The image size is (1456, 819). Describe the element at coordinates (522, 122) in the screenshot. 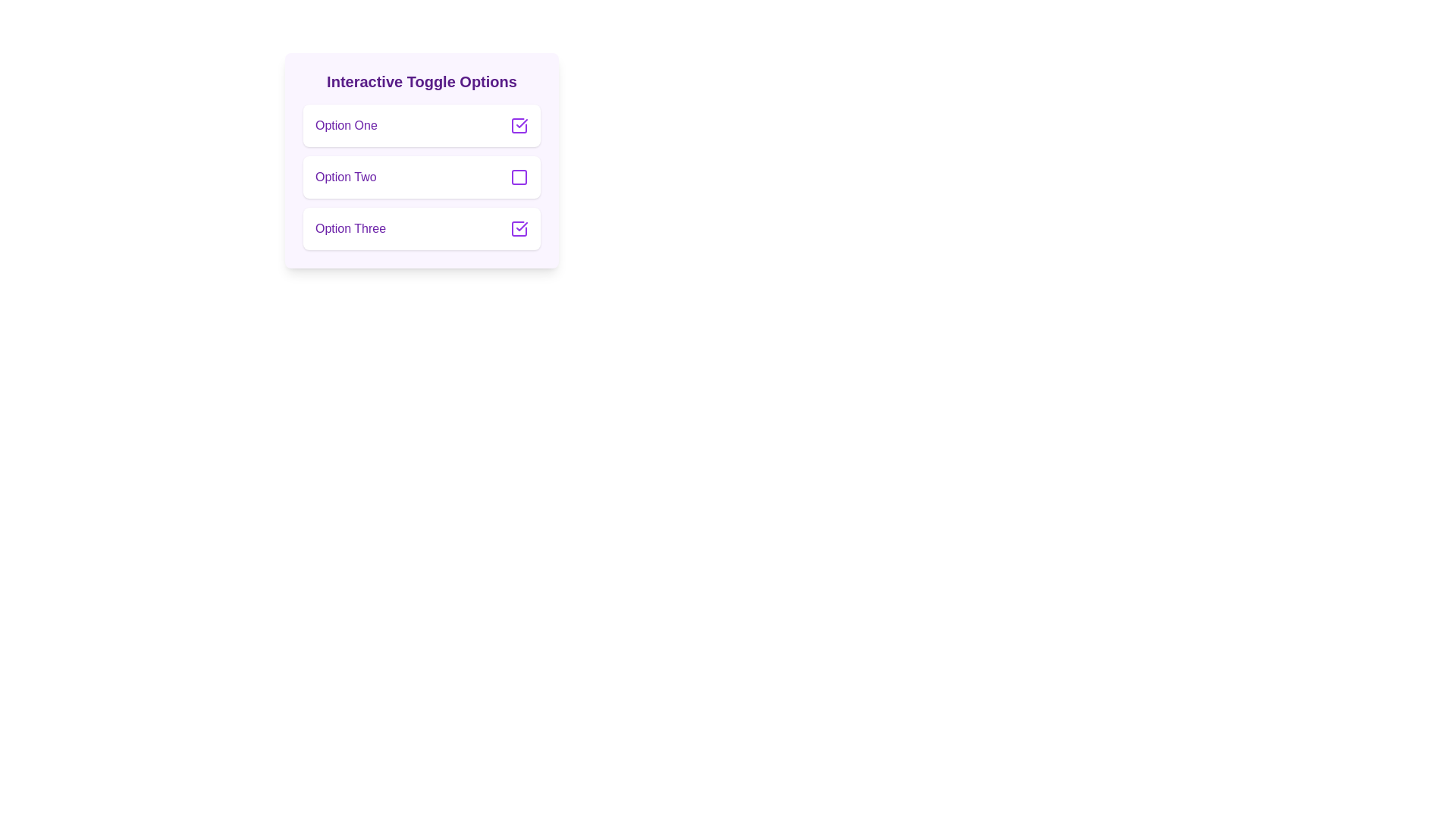

I see `the checkbox located beside the 'Option One' text` at that location.